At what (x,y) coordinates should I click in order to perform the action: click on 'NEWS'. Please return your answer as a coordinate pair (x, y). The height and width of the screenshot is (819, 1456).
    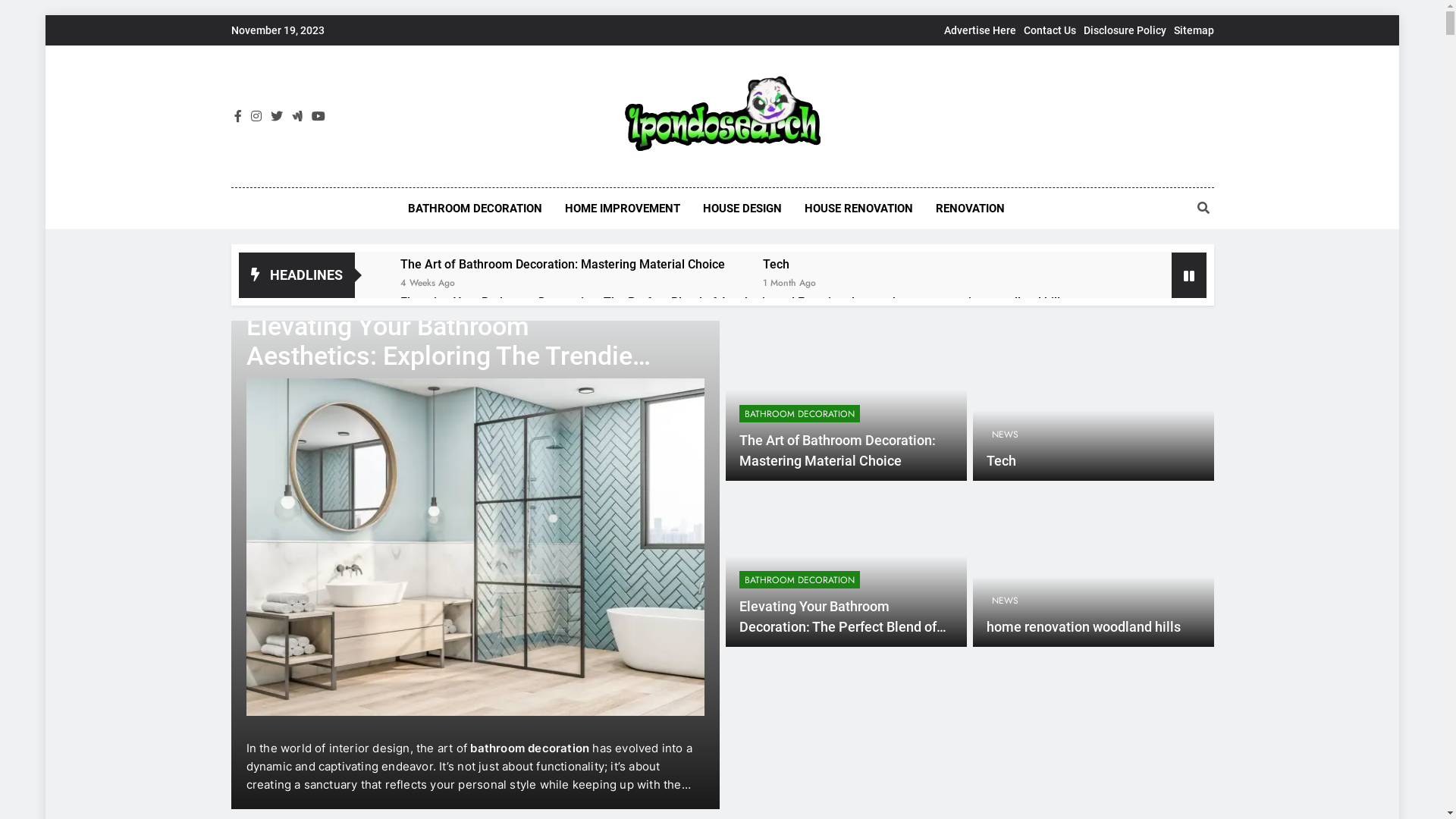
    Looking at the image, I should click on (1004, 599).